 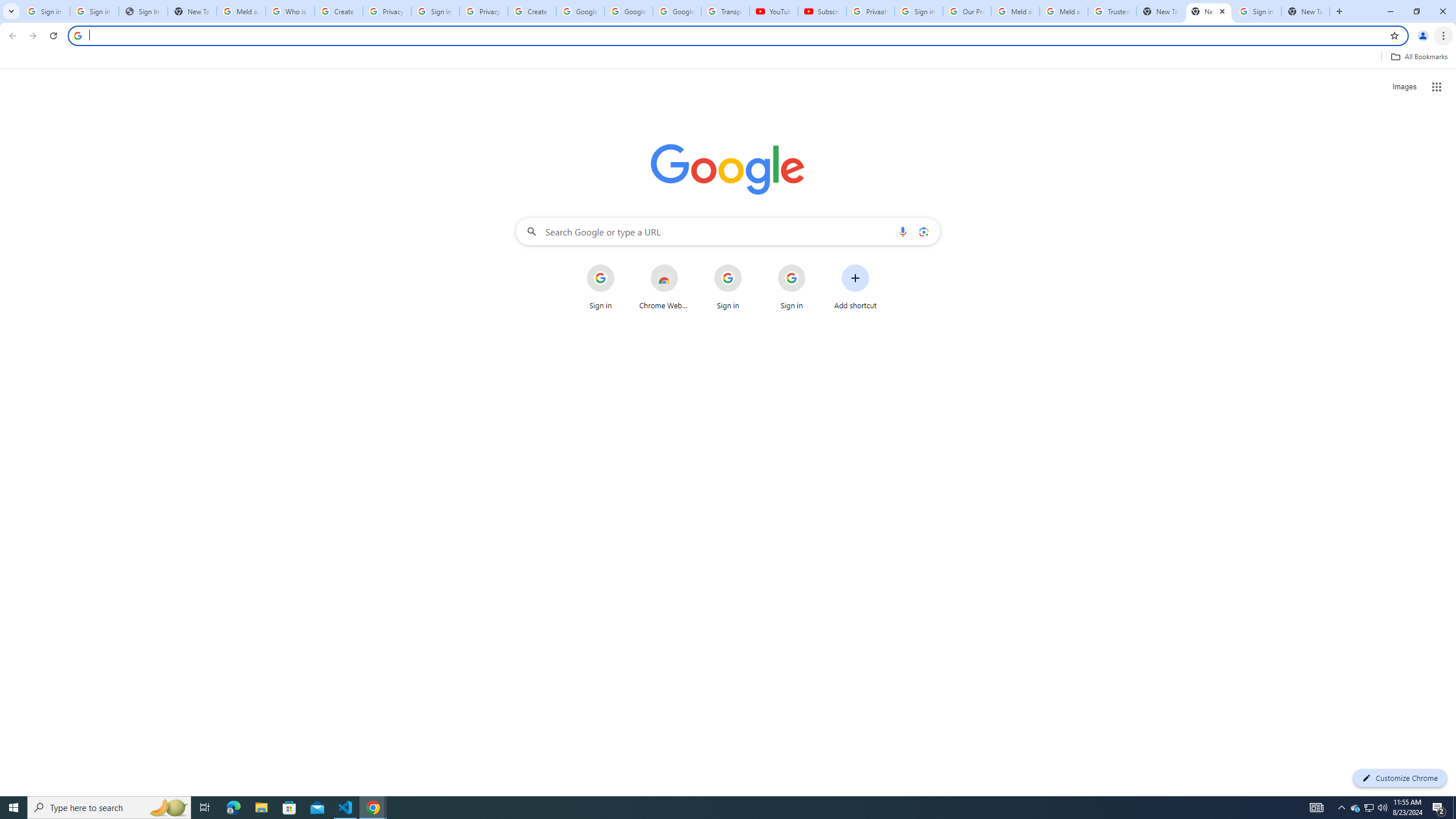 I want to click on 'Google apps', so click(x=1437, y=86).